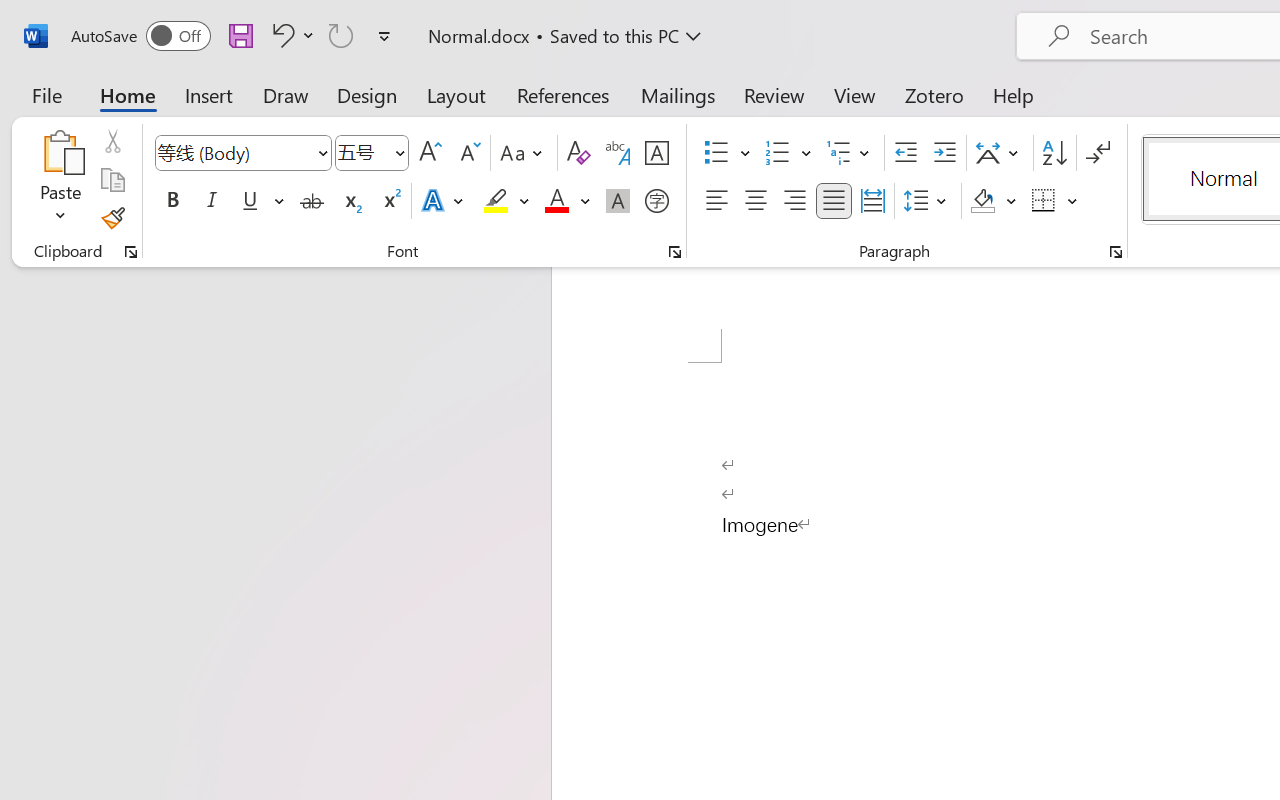 The width and height of the screenshot is (1280, 800). What do you see at coordinates (506, 201) in the screenshot?
I see `'Text Highlight Color'` at bounding box center [506, 201].